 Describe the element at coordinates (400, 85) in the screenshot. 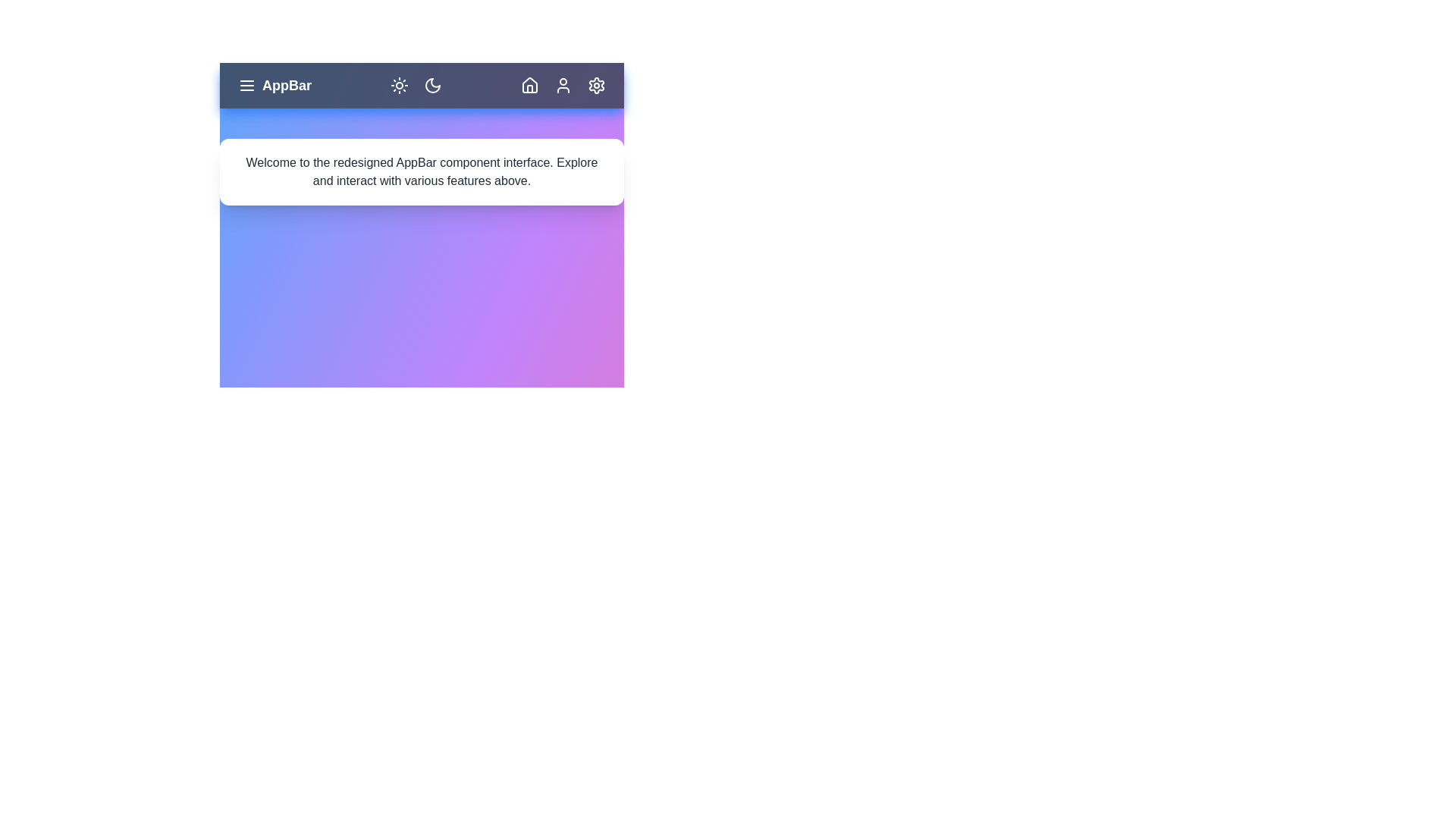

I see `the sun icon to switch the theme` at that location.